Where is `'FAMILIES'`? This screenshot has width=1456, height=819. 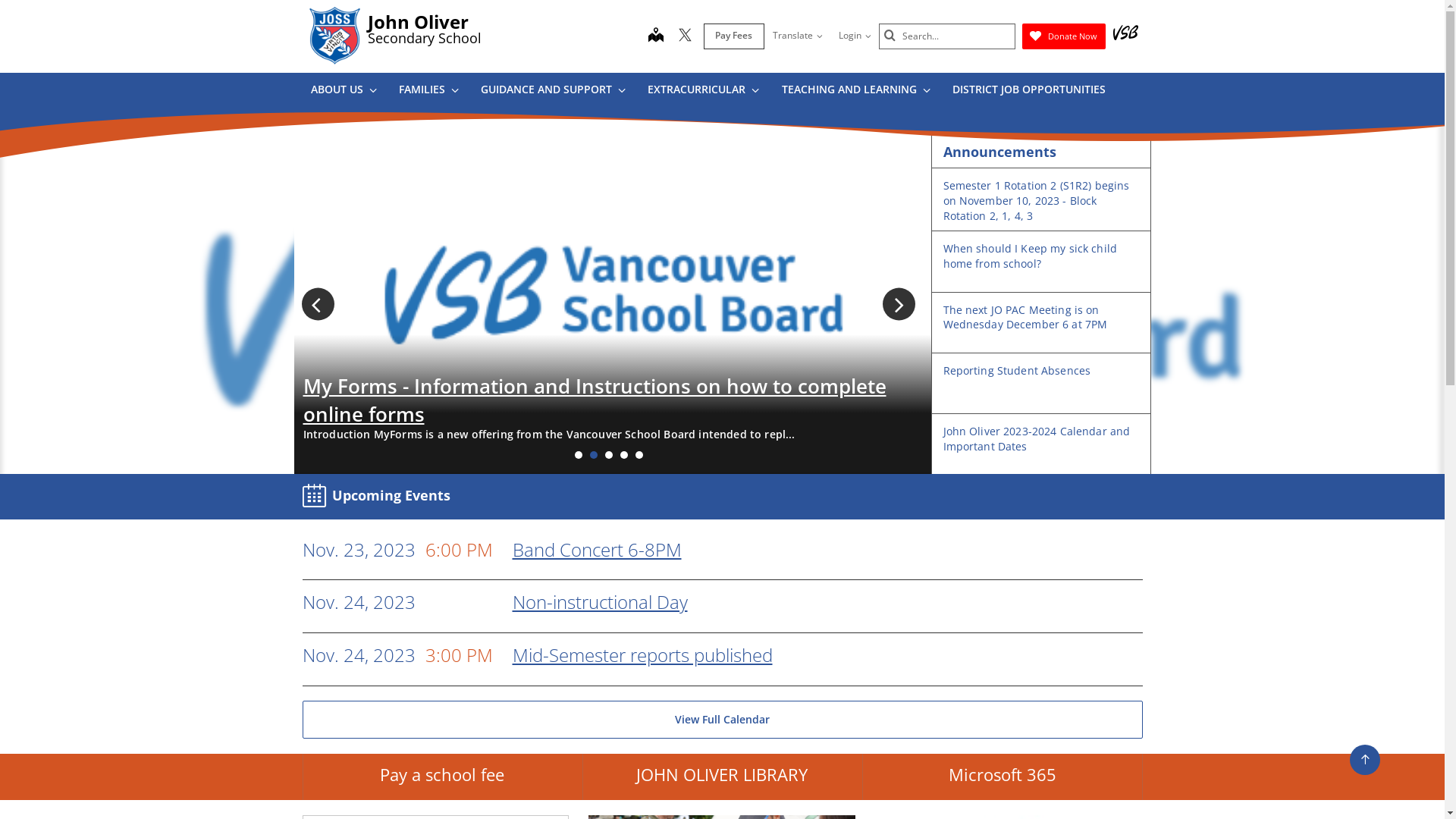
'FAMILIES' is located at coordinates (428, 92).